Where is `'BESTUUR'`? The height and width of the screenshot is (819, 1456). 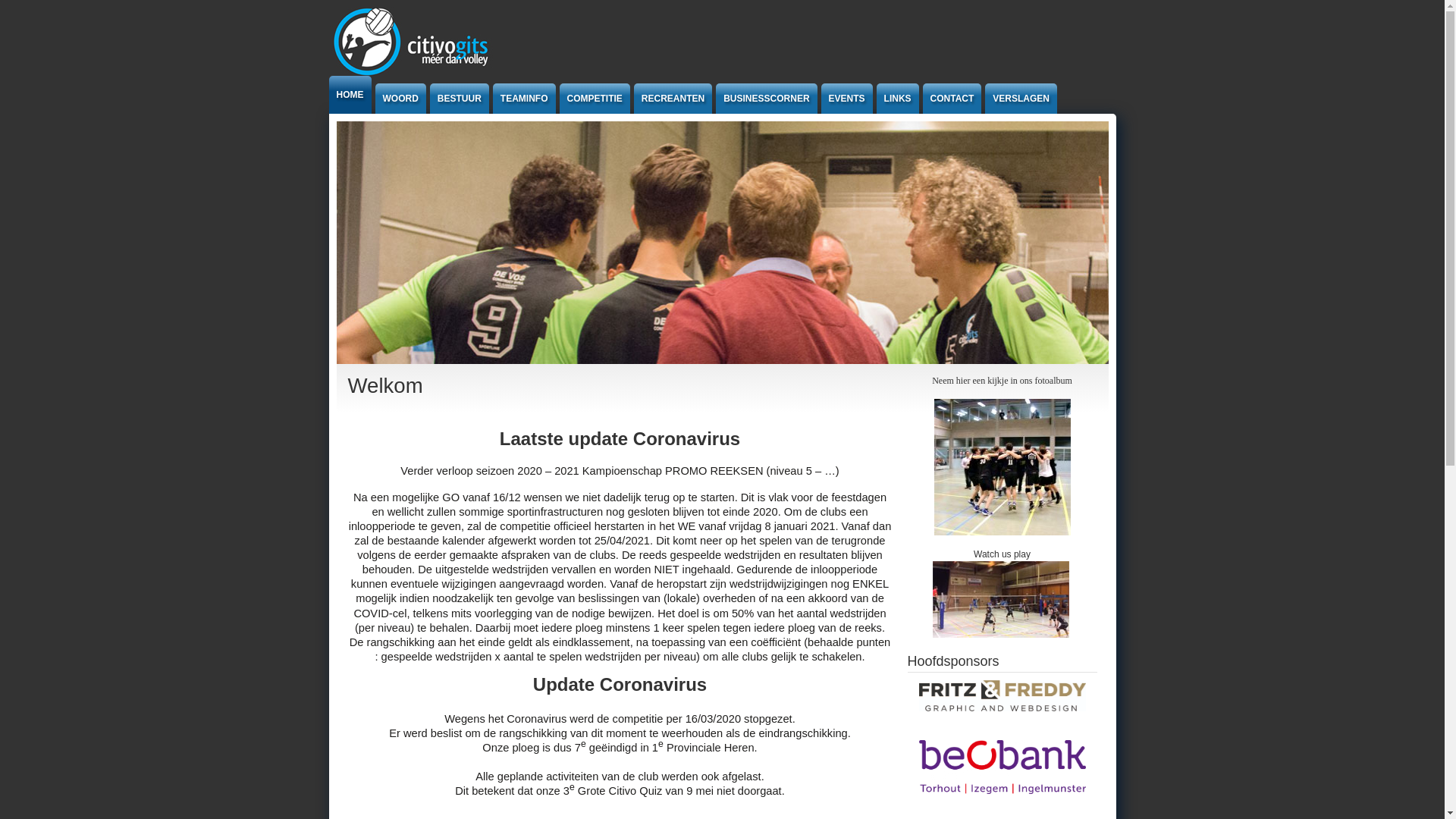 'BESTUUR' is located at coordinates (428, 99).